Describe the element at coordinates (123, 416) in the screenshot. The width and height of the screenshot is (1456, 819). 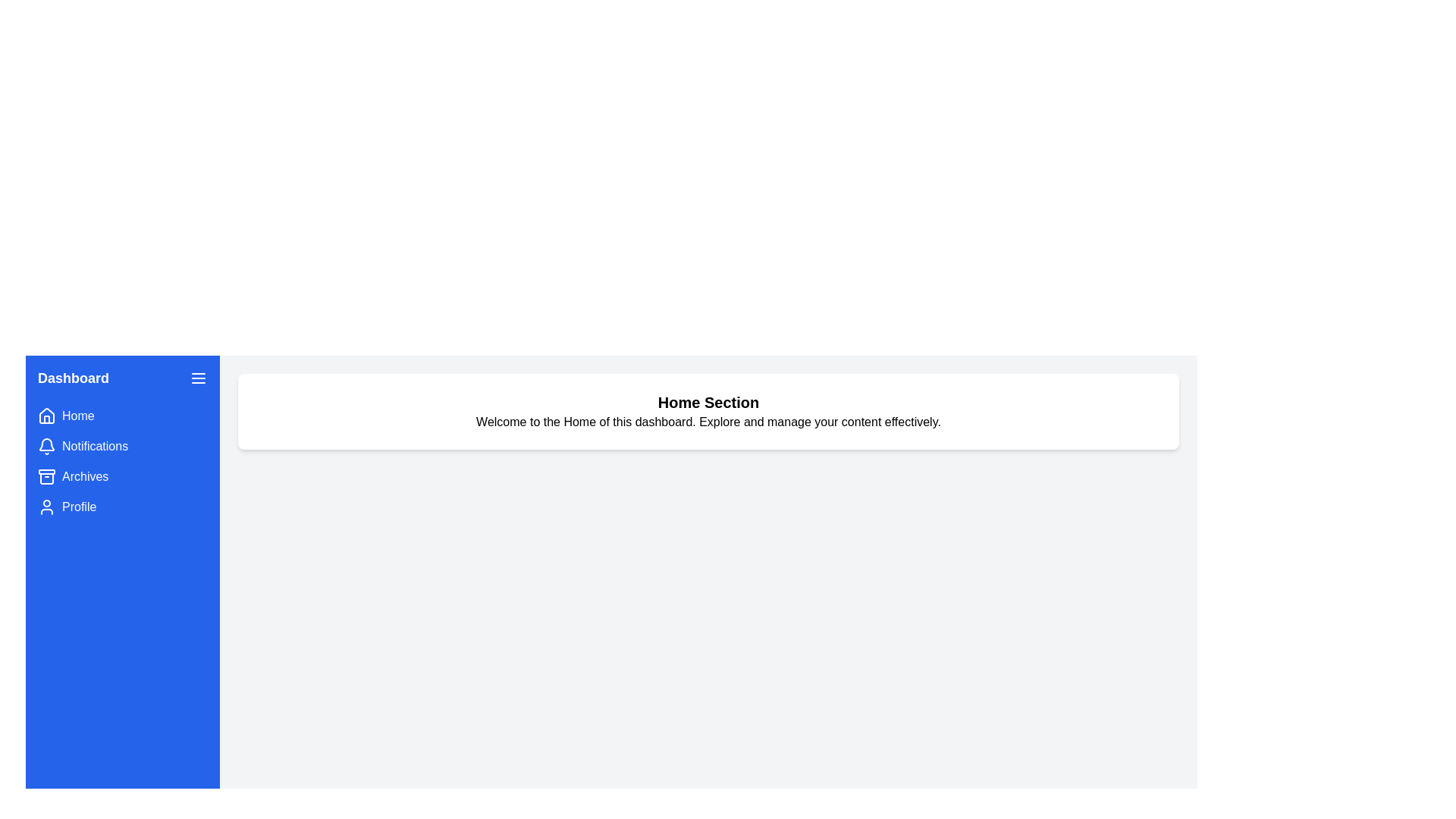
I see `the first navigation menu item in the left sidebar` at that location.